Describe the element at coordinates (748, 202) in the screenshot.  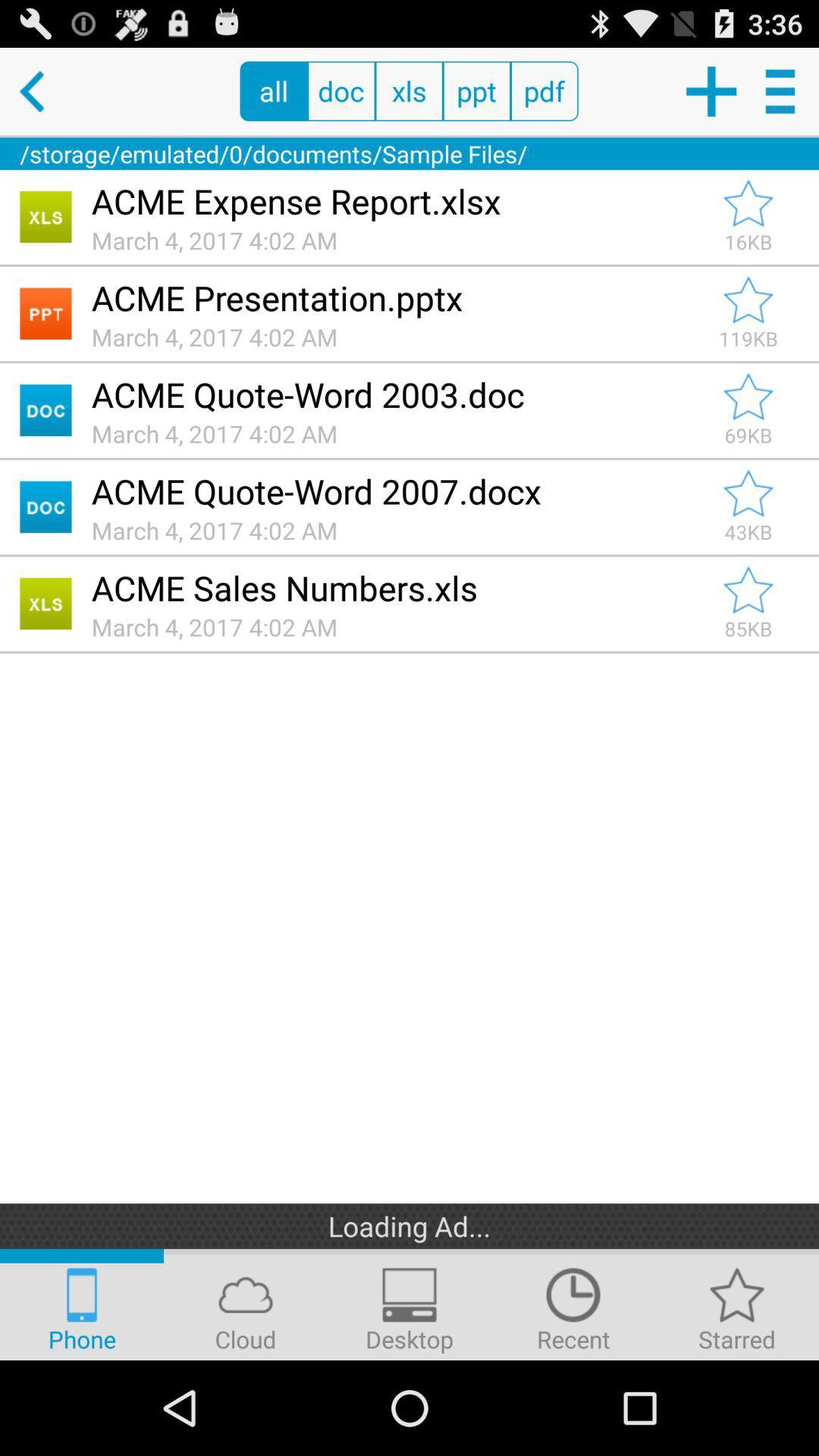
I see `bookmark element` at that location.